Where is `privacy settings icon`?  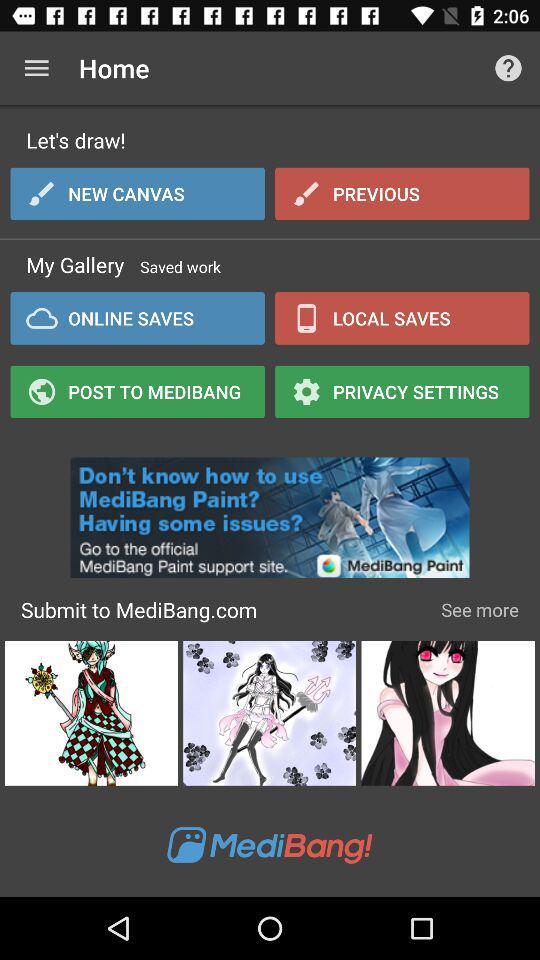
privacy settings icon is located at coordinates (402, 390).